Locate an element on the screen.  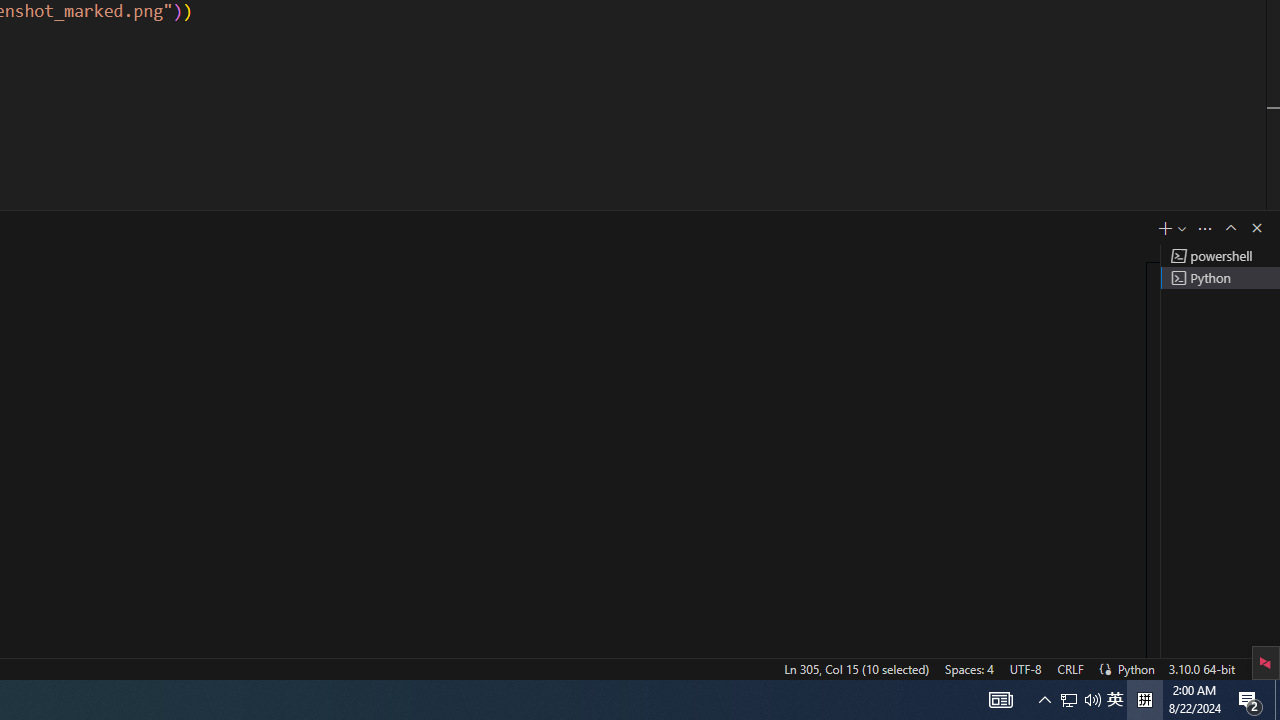
'CRLF' is located at coordinates (1069, 668).